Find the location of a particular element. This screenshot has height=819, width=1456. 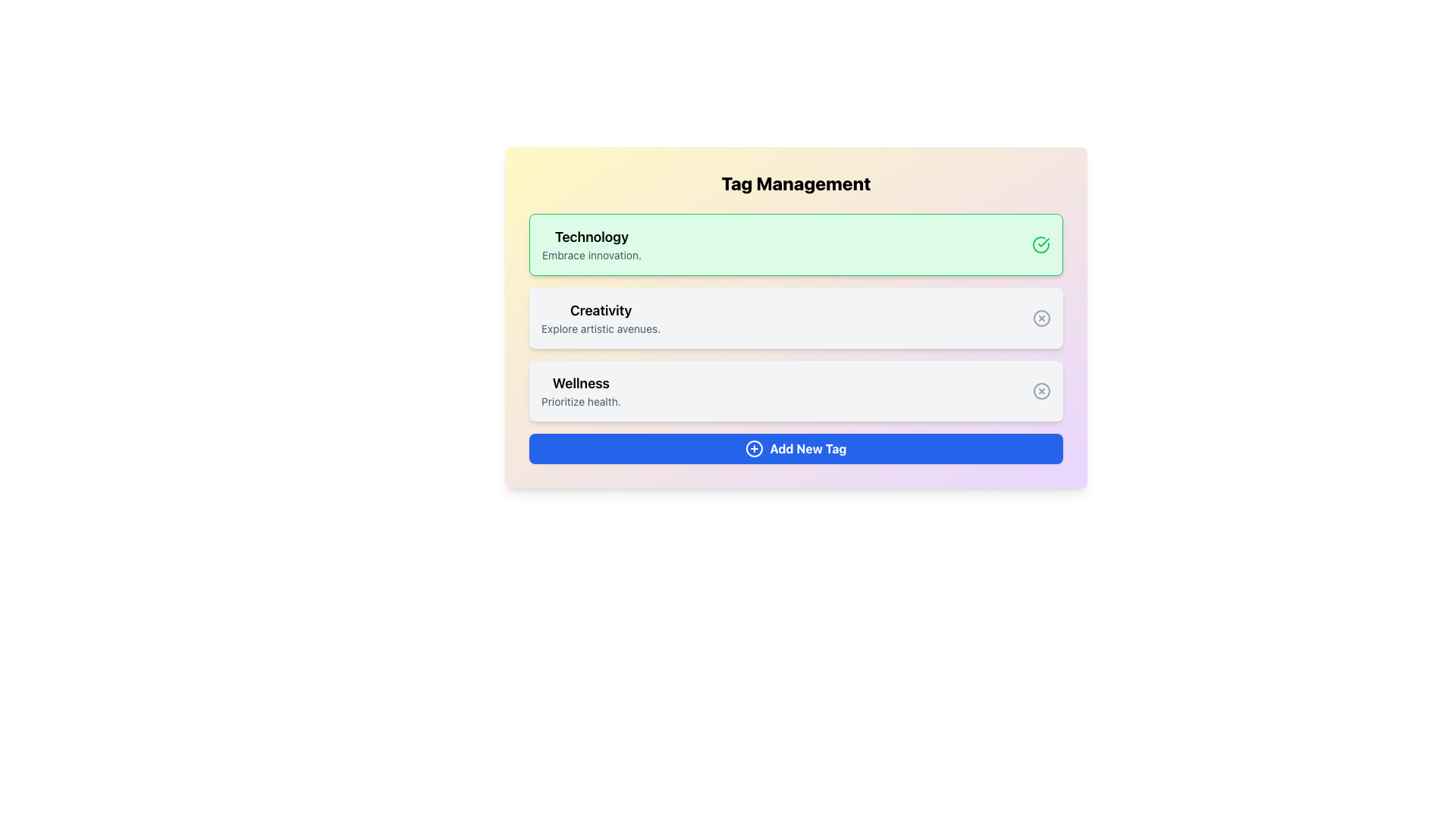

the static text element located directly below the 'Technology' heading in the 'Tag Management' interface, which serves as a descriptive subtitle for additional context is located at coordinates (591, 254).